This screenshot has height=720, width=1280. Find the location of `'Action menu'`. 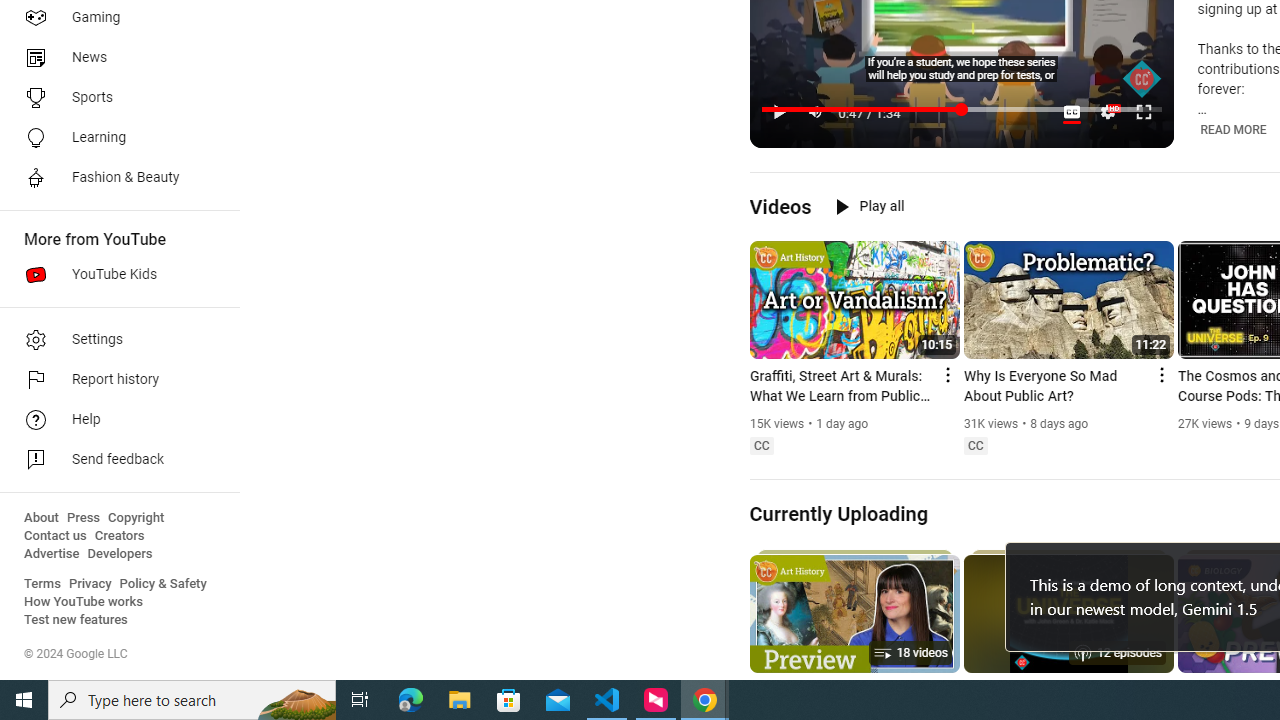

'Action menu' is located at coordinates (1160, 375).